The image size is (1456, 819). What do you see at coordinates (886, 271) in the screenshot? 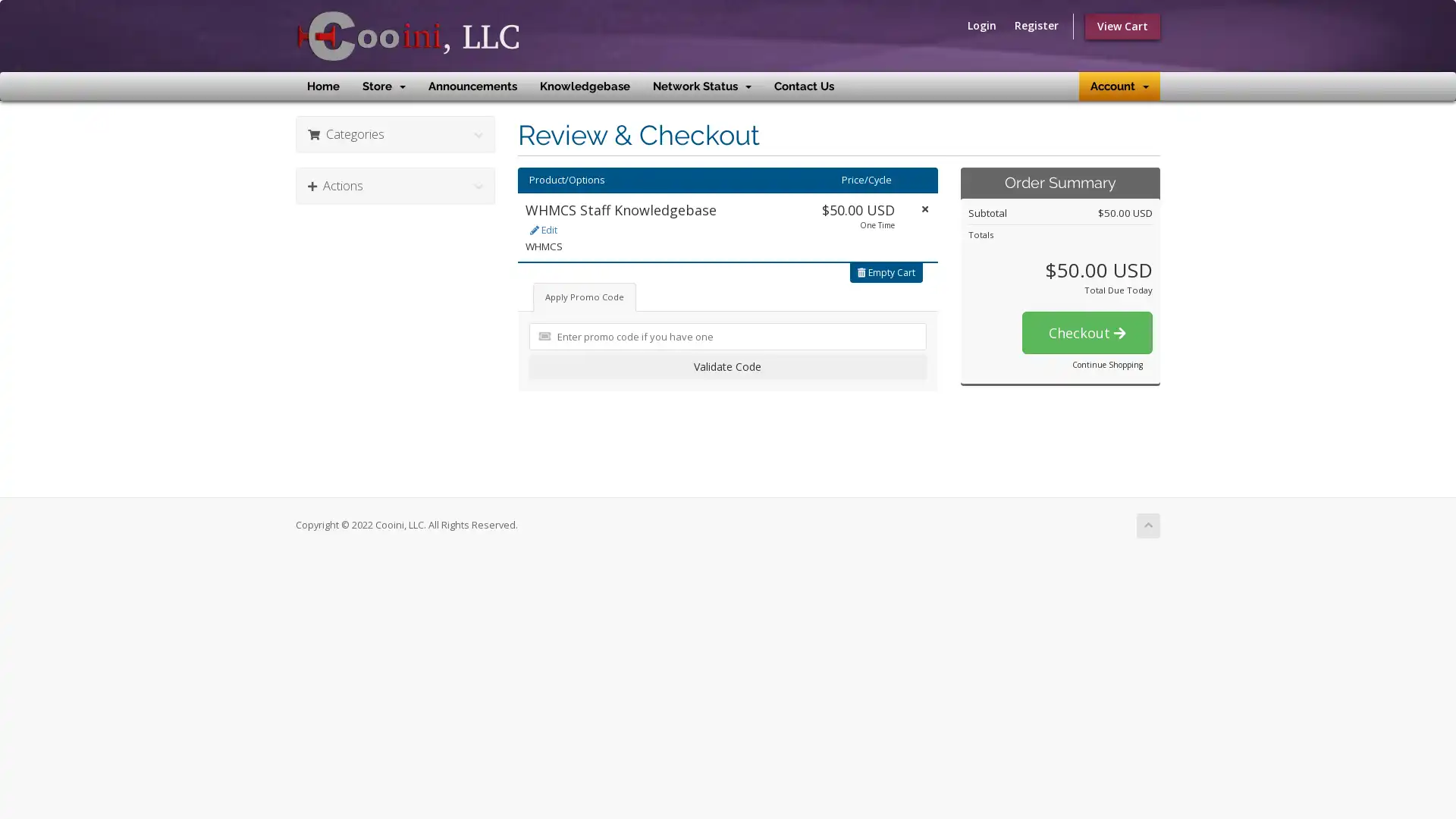
I see `Empty Cart` at bounding box center [886, 271].